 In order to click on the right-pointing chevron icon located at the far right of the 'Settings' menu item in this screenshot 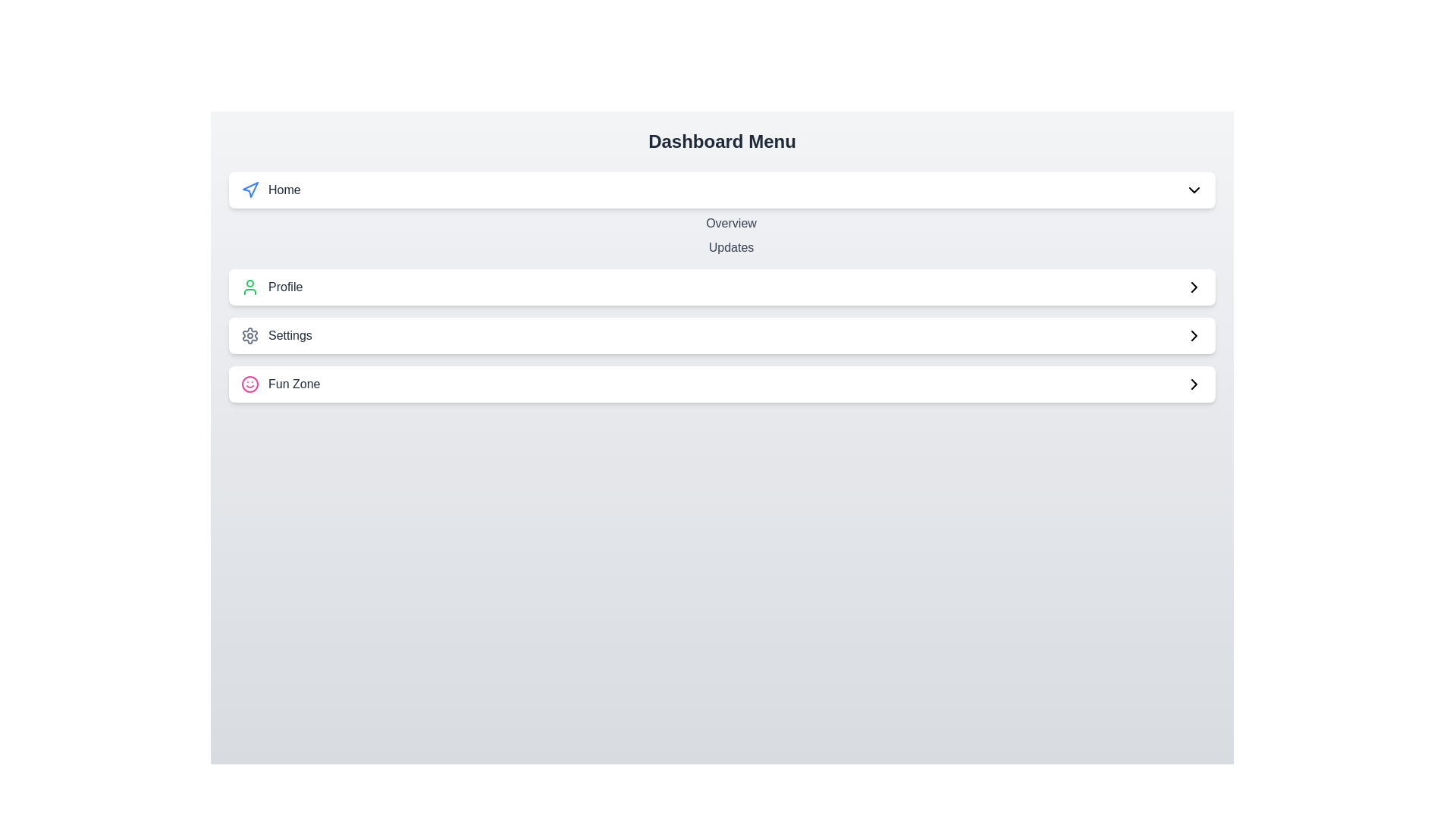, I will do `click(1193, 335)`.